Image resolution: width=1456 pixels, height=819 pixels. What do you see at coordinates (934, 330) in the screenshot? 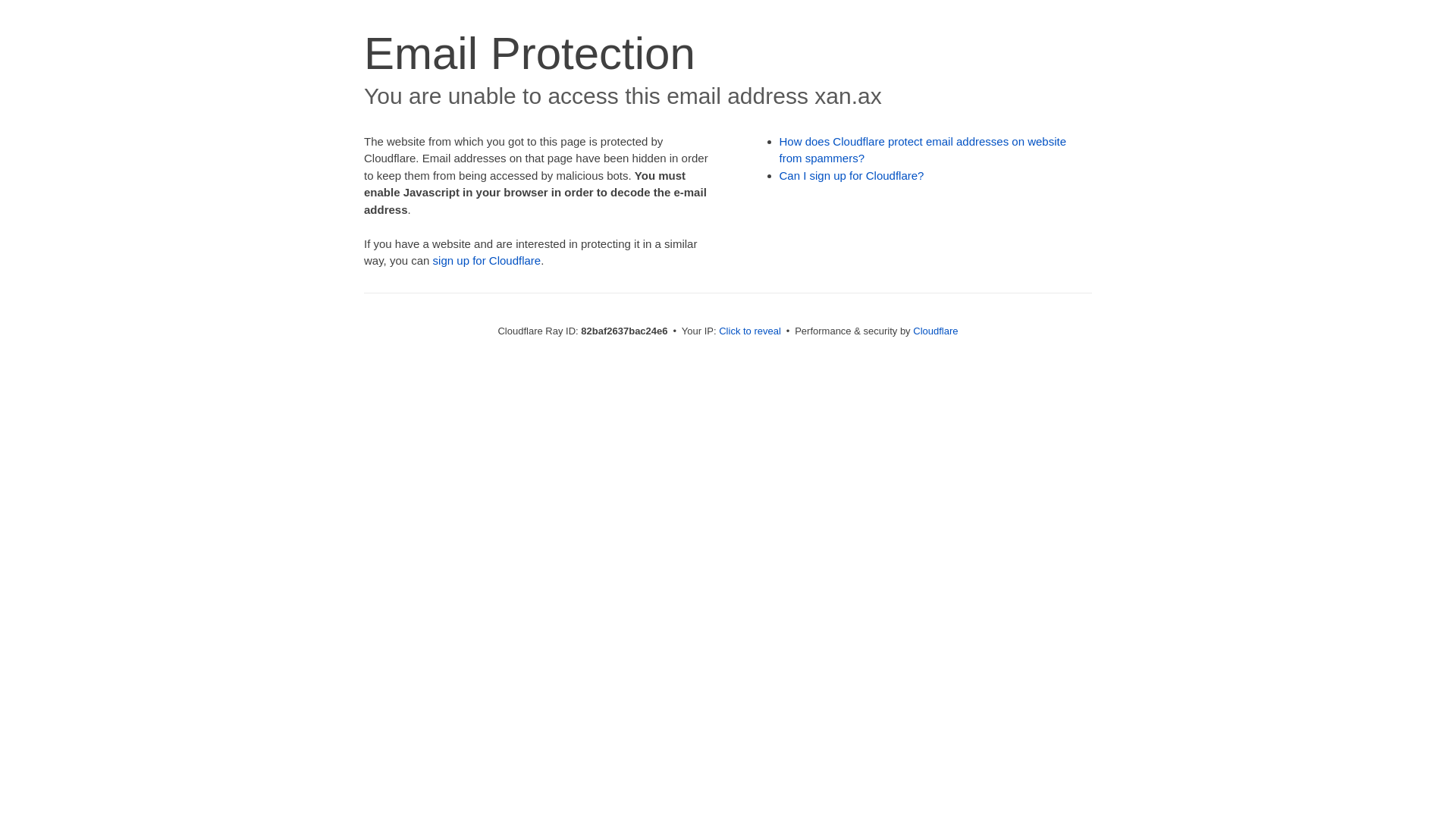
I see `'Cloudflare'` at bounding box center [934, 330].